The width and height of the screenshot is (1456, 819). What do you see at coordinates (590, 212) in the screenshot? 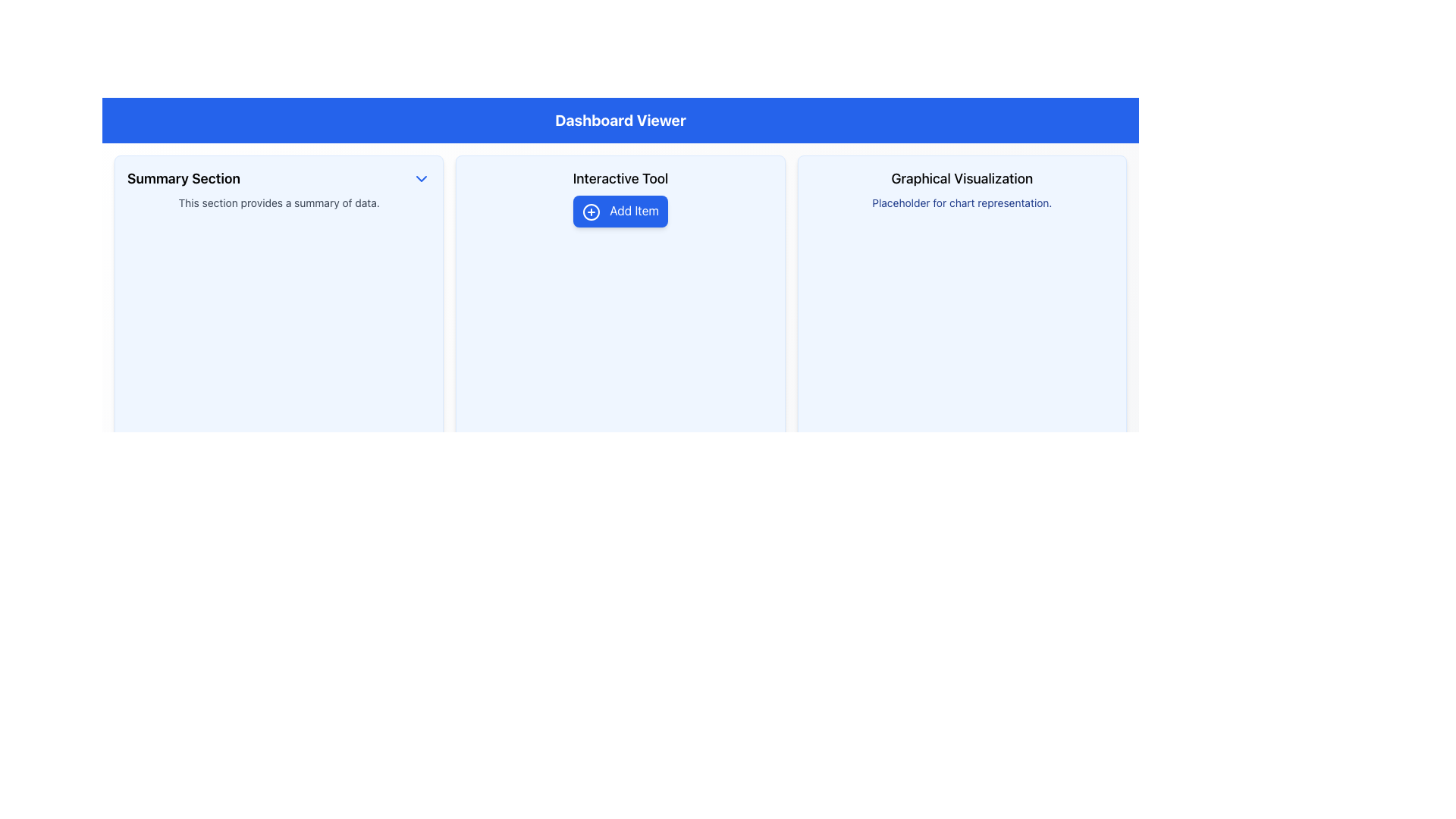
I see `the circular icon with a centered plus sign, styled with a blue fill and a white border, located within the 'Add Item' button in the 'Interactive Tool' section` at bounding box center [590, 212].